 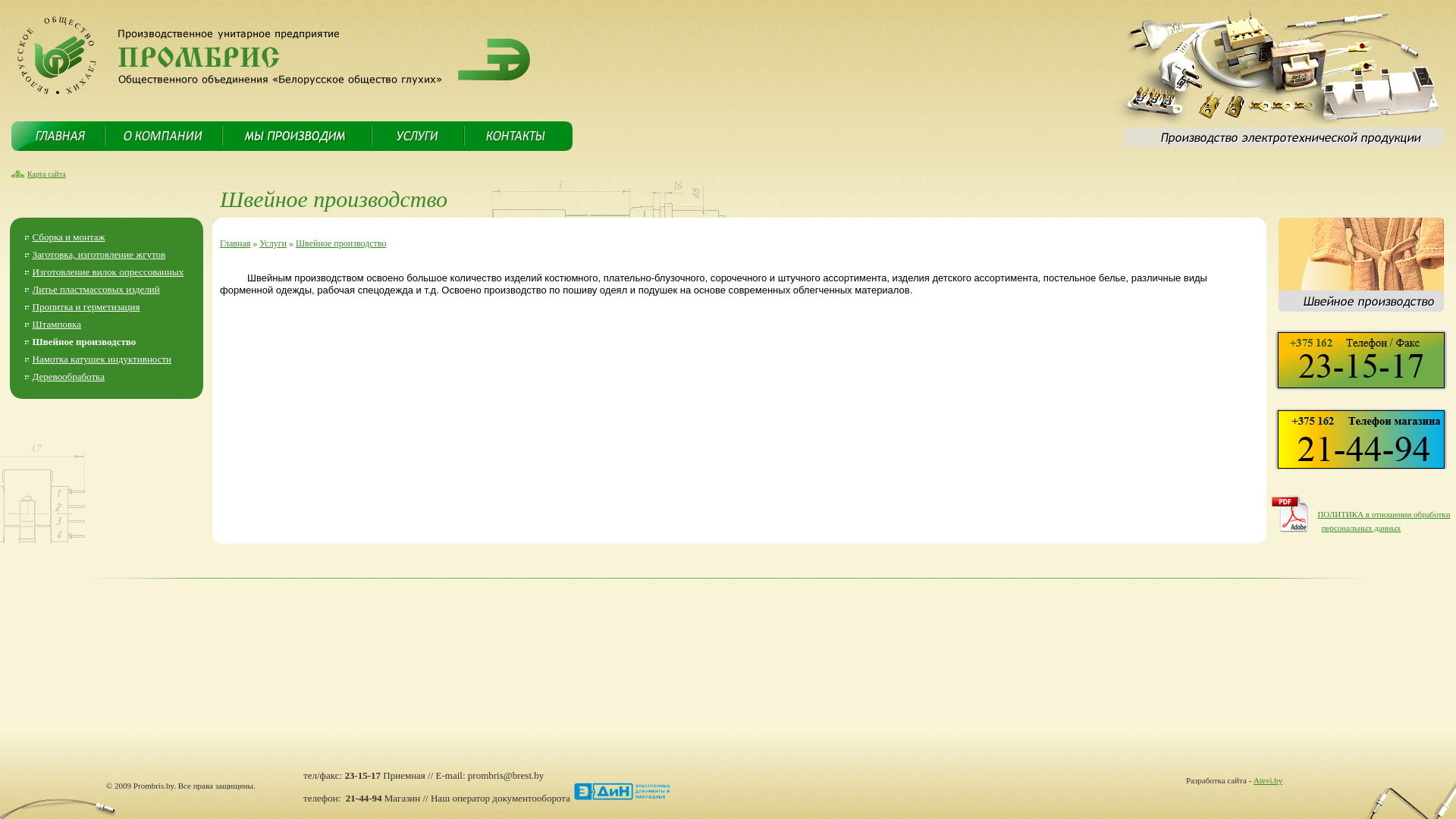 What do you see at coordinates (622, 791) in the screenshot?
I see `'edn.png'` at bounding box center [622, 791].